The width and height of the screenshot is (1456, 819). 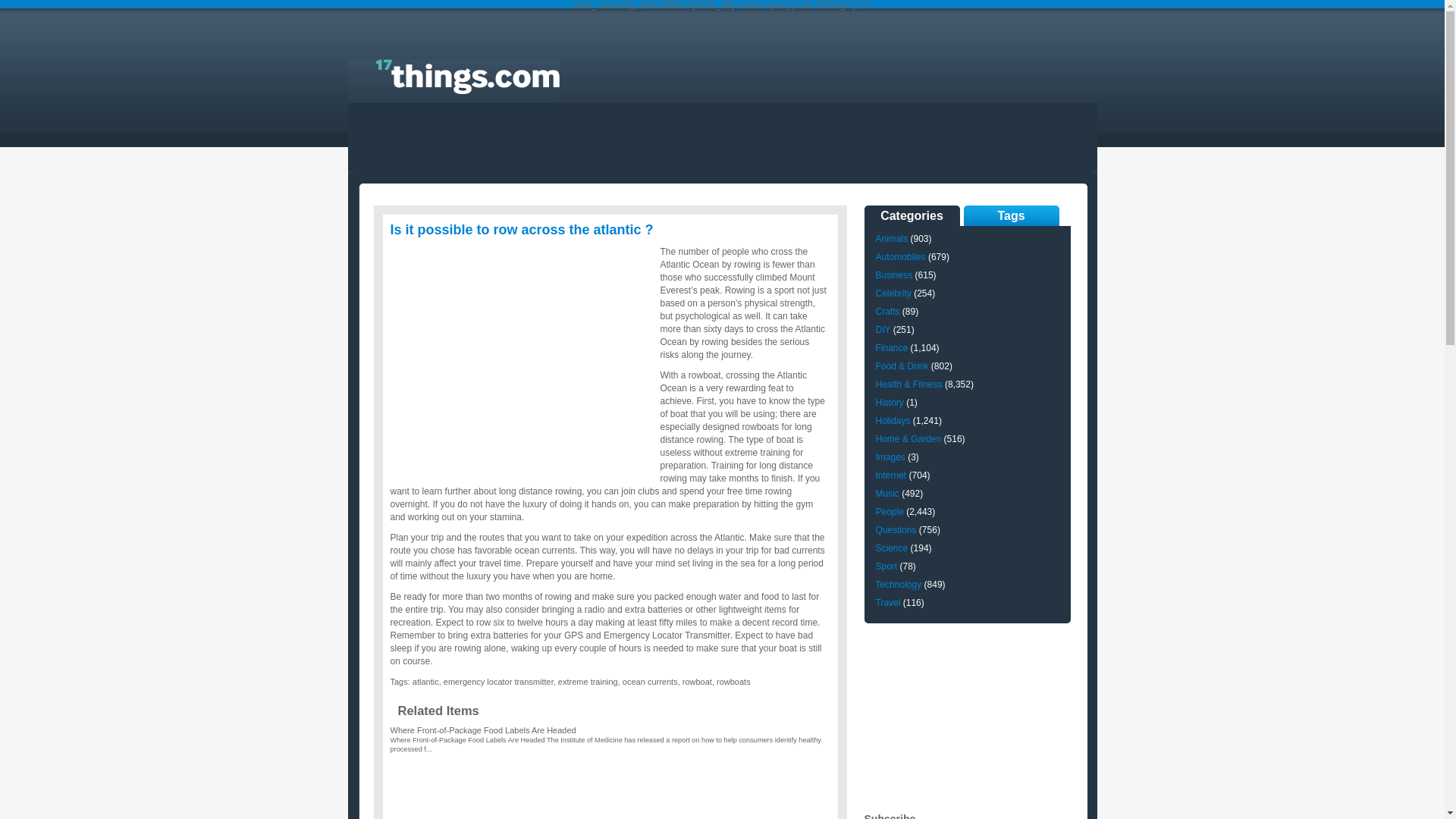 What do you see at coordinates (895, 529) in the screenshot?
I see `'Questions'` at bounding box center [895, 529].